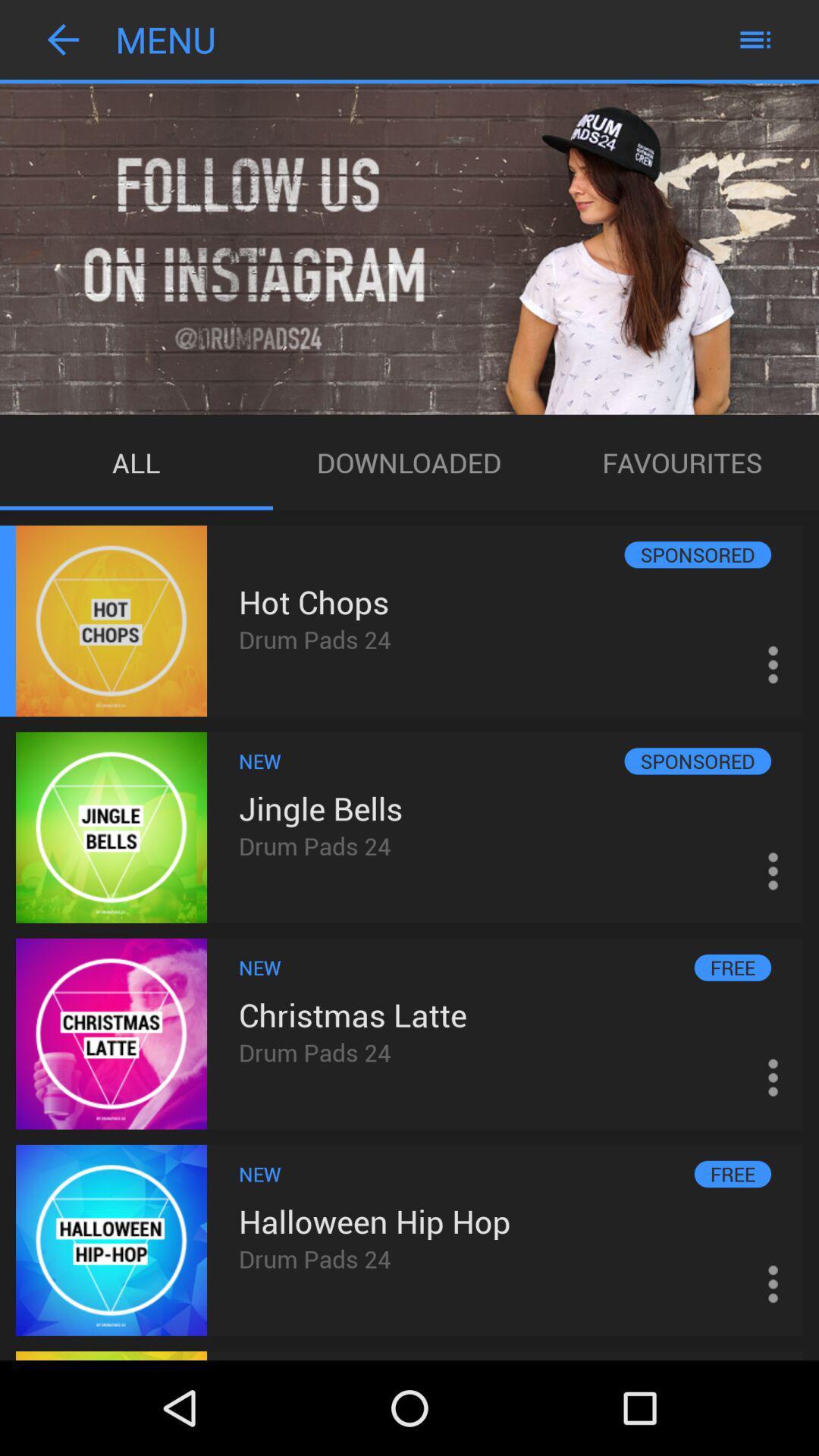  Describe the element at coordinates (773, 1077) in the screenshot. I see `three dots in third line under favorites` at that location.